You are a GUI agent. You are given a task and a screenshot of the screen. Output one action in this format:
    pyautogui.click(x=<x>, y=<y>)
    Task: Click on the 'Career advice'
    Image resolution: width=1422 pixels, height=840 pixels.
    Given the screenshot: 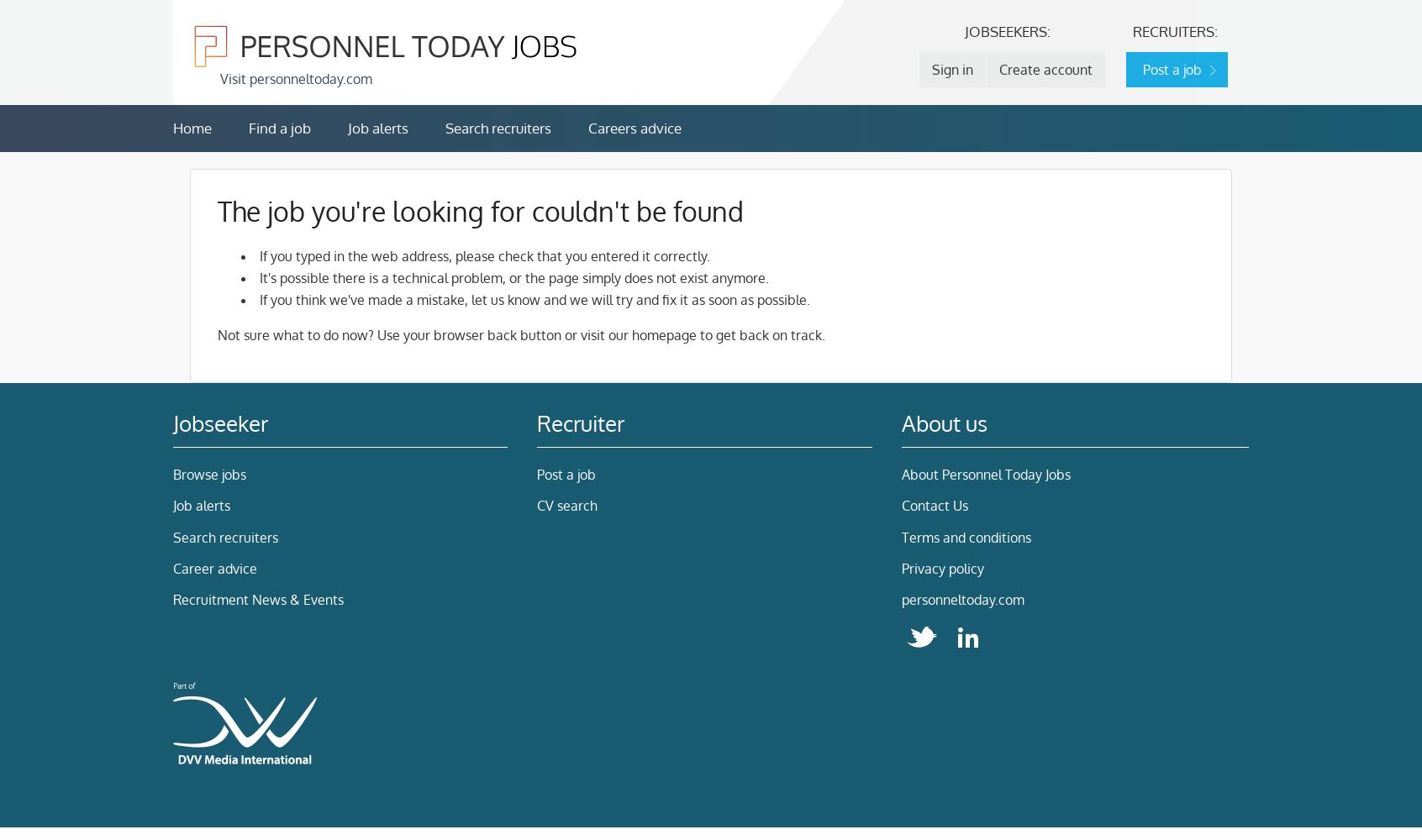 What is the action you would take?
    pyautogui.click(x=171, y=568)
    